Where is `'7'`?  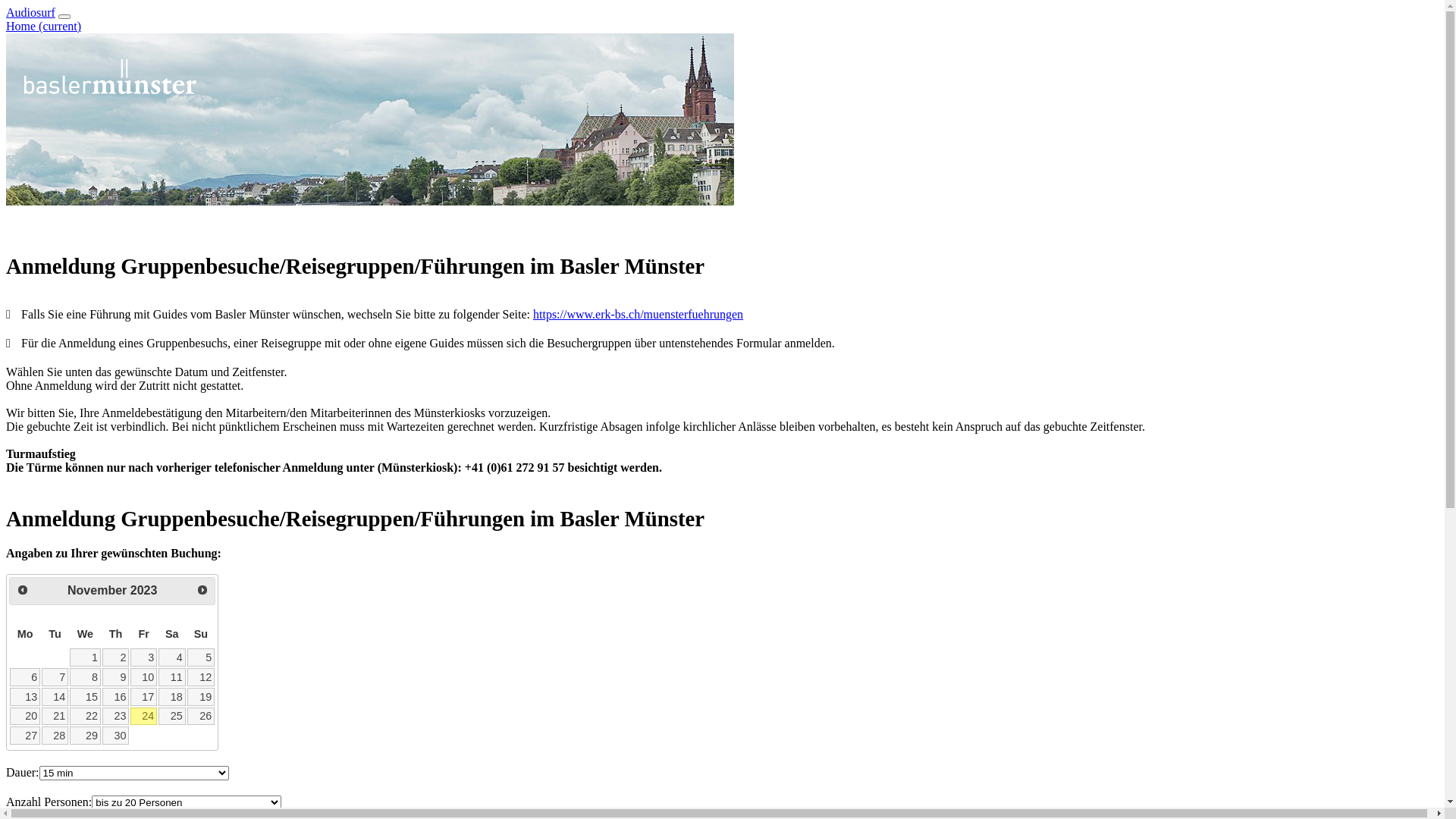 '7' is located at coordinates (55, 676).